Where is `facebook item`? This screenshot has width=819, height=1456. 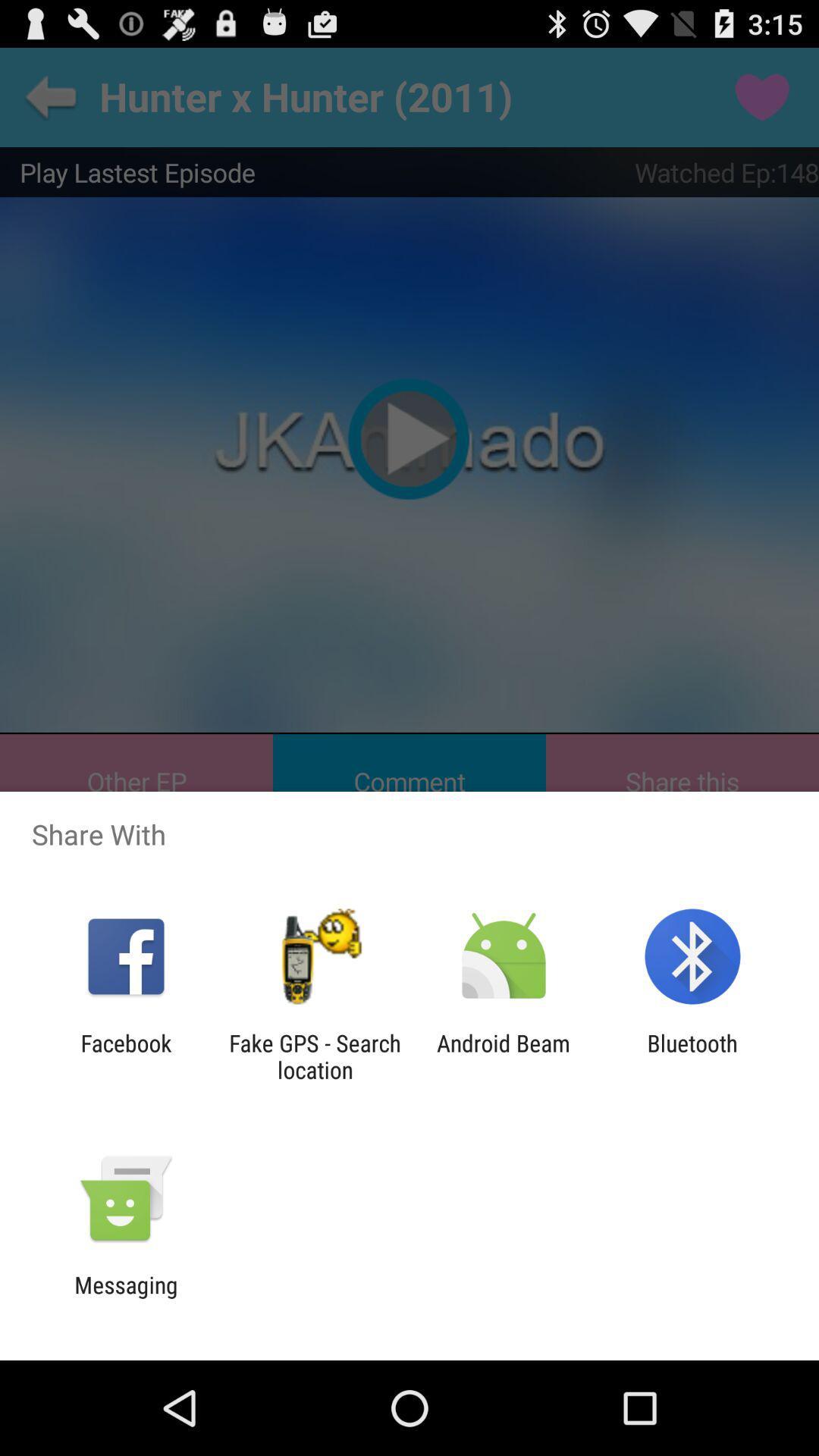 facebook item is located at coordinates (125, 1056).